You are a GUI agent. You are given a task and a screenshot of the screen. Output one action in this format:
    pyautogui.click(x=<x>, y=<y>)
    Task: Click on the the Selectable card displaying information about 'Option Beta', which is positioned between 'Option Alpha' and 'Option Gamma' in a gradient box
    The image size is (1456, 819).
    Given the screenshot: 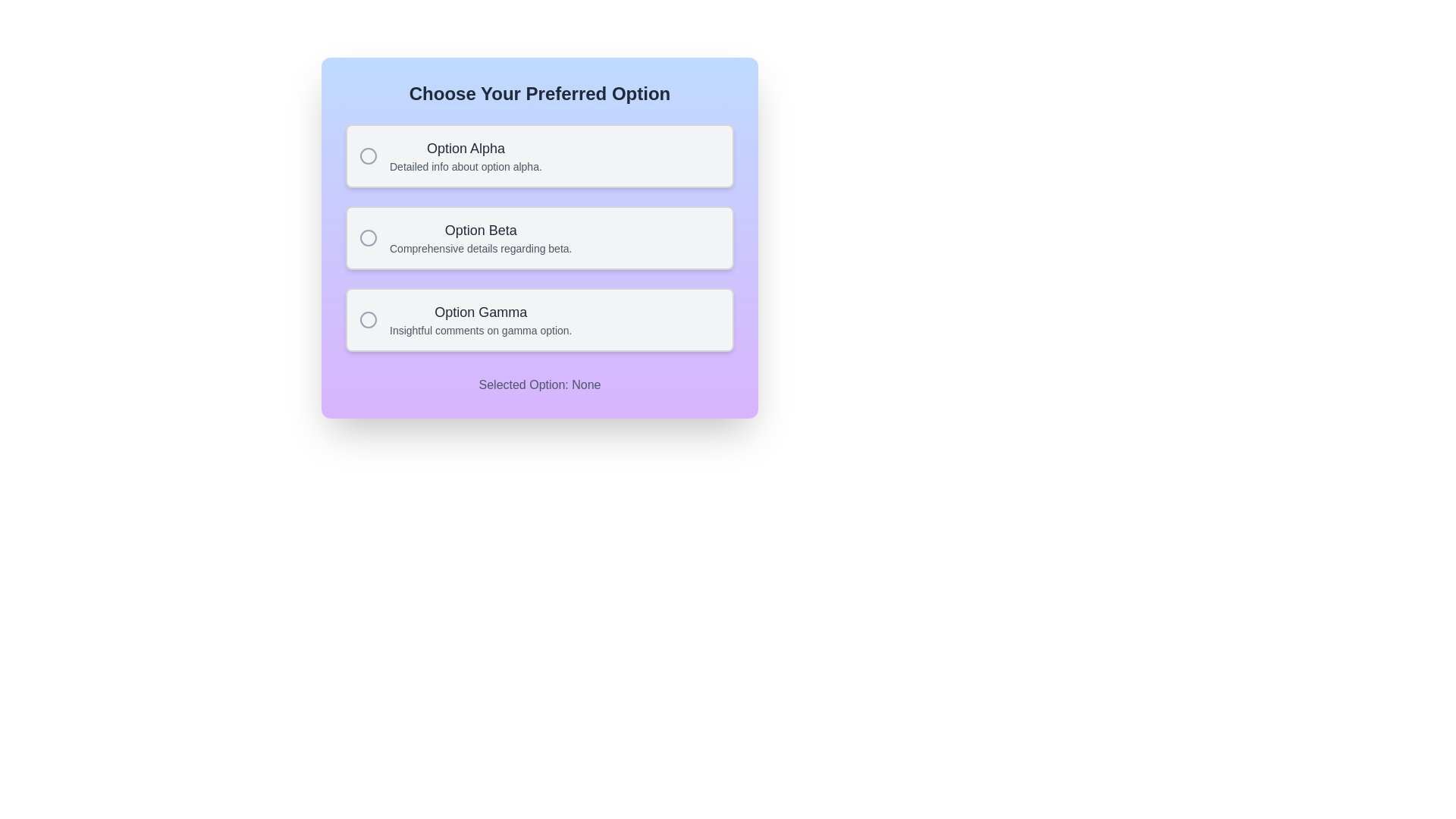 What is the action you would take?
    pyautogui.click(x=539, y=237)
    